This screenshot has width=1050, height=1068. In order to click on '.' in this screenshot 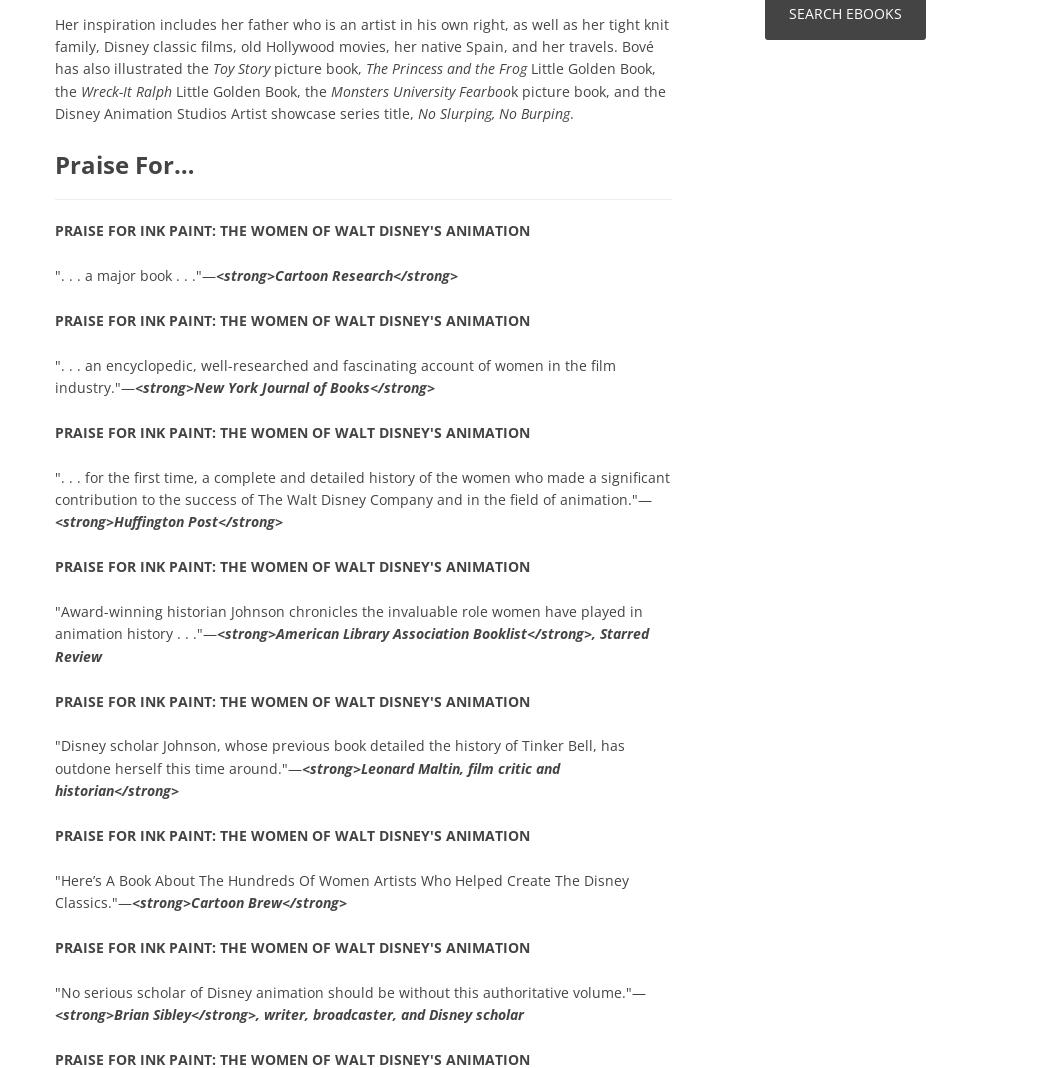, I will do `click(571, 112)`.